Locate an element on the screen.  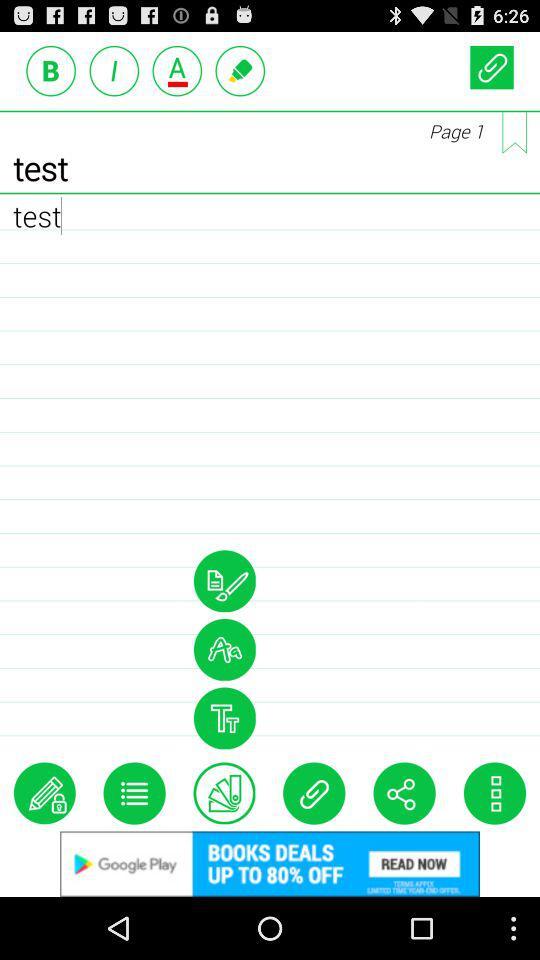
more tools is located at coordinates (134, 793).